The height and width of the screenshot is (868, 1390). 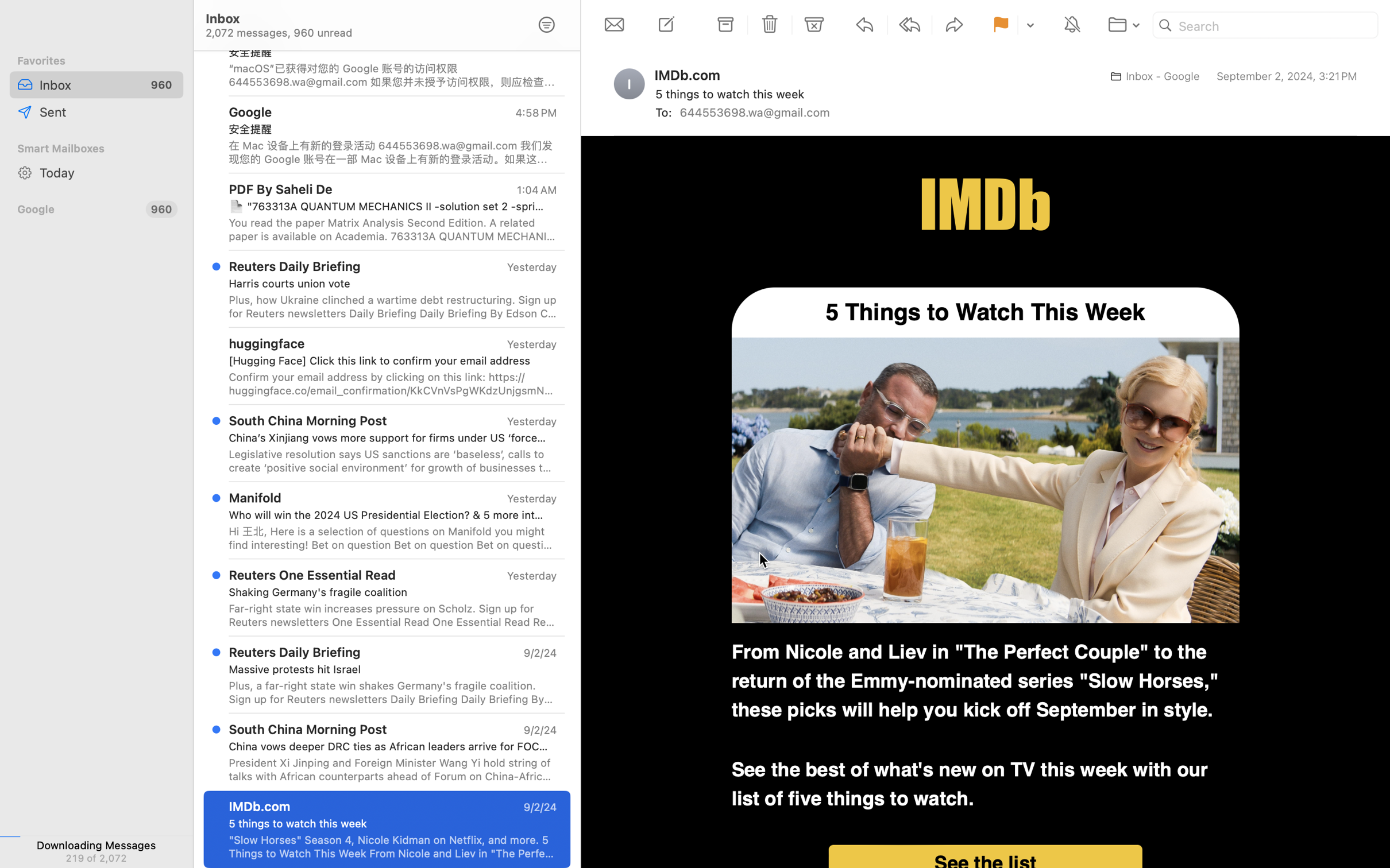 What do you see at coordinates (388, 284) in the screenshot?
I see `'Harris courts union vote'` at bounding box center [388, 284].